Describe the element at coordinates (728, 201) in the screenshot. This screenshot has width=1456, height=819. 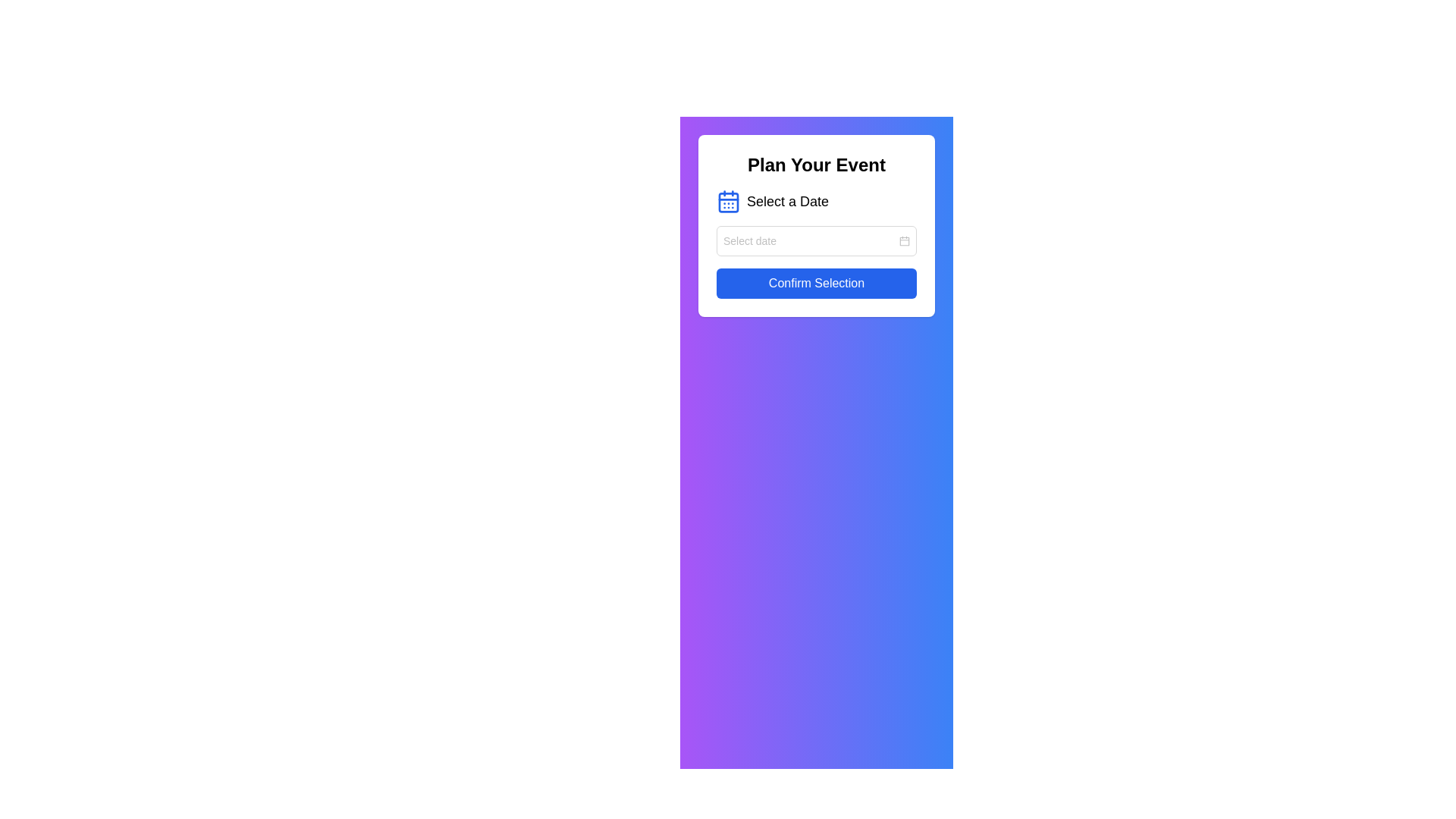
I see `the blue calendar icon located at the top left of the white card, which is positioned to the left of the 'Select a Date' text` at that location.